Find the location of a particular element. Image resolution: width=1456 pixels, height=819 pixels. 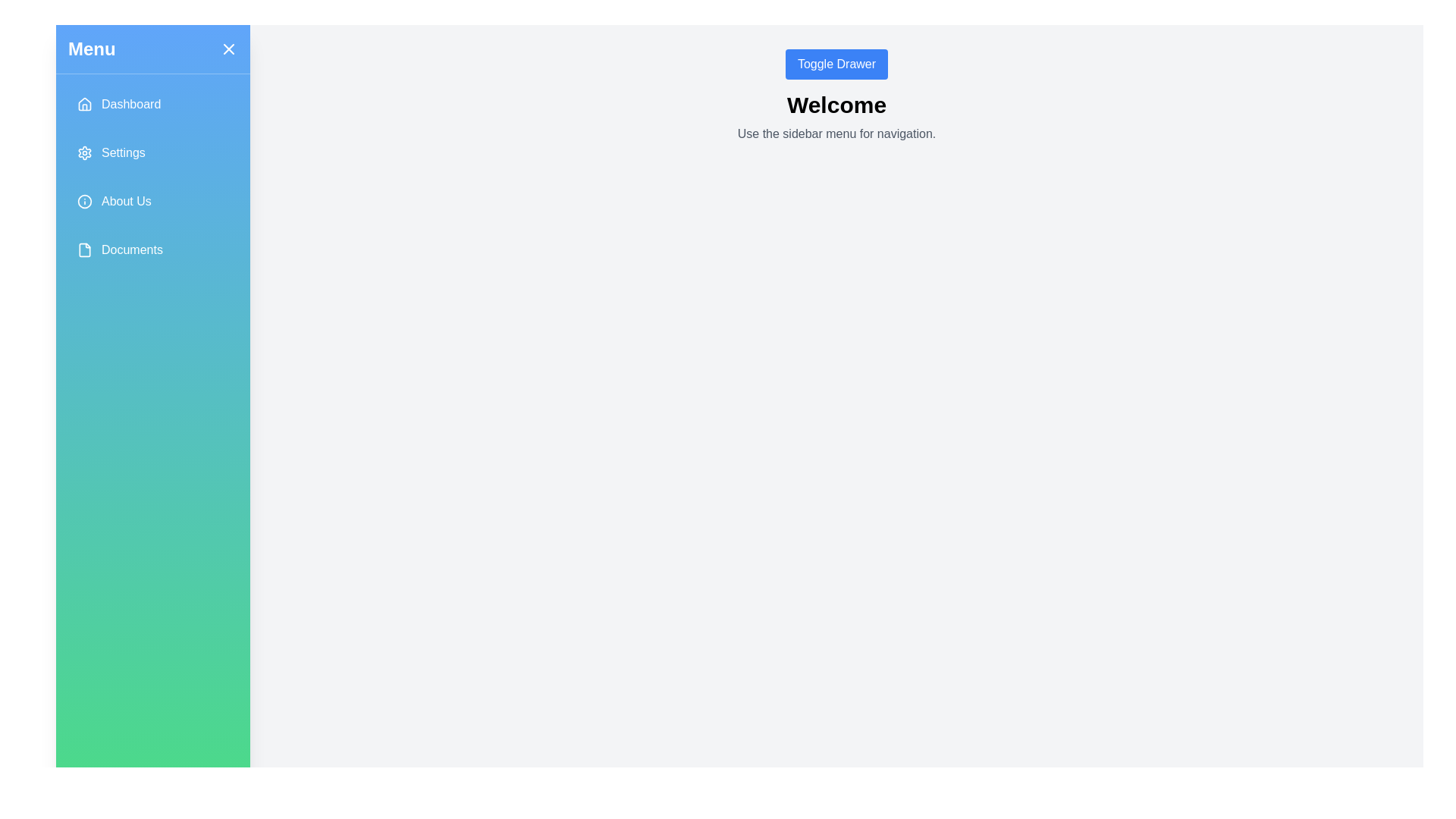

the menu item Documents from the drawer menu is located at coordinates (152, 249).